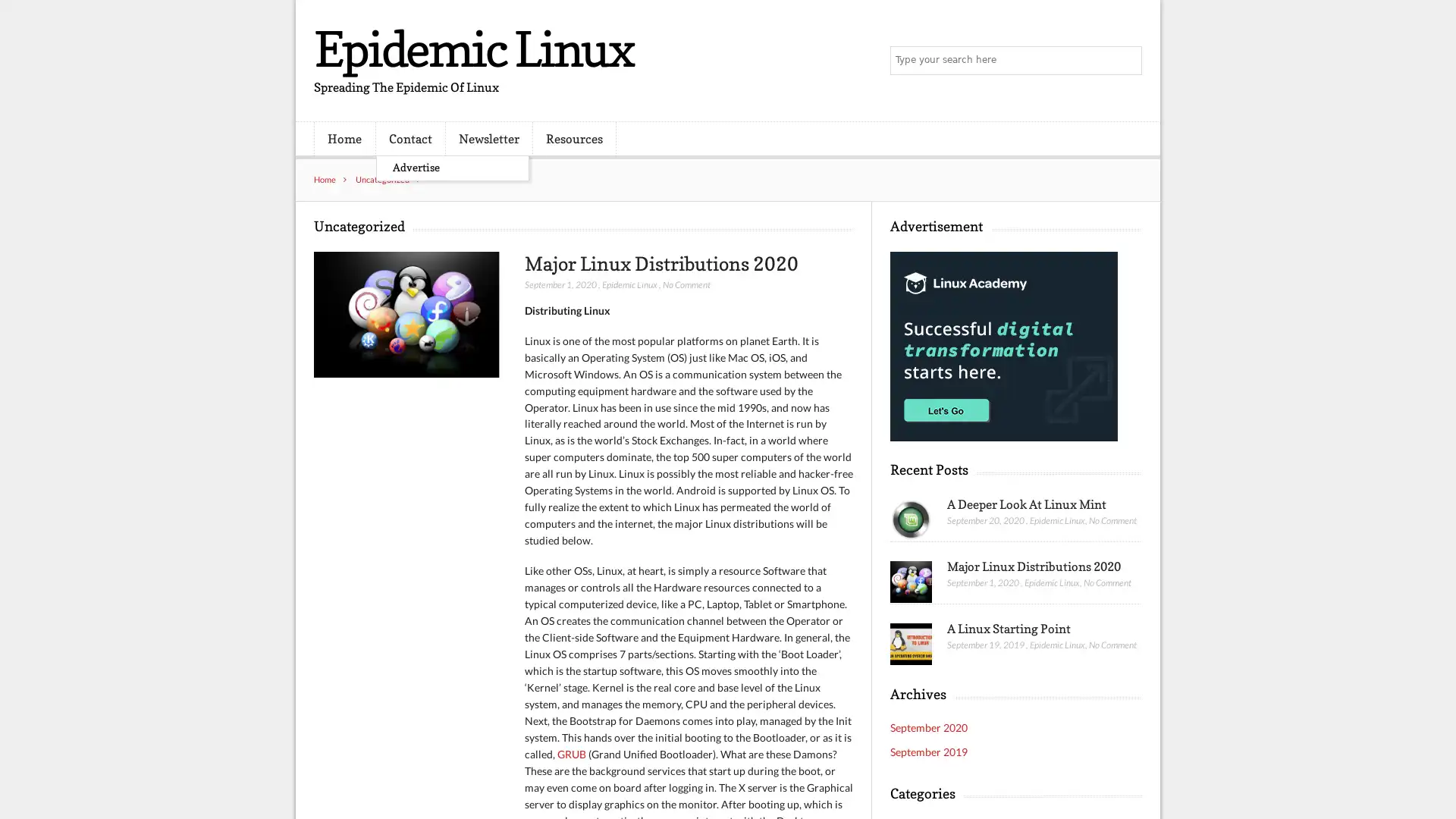 The width and height of the screenshot is (1456, 819). What do you see at coordinates (1126, 61) in the screenshot?
I see `Search` at bounding box center [1126, 61].